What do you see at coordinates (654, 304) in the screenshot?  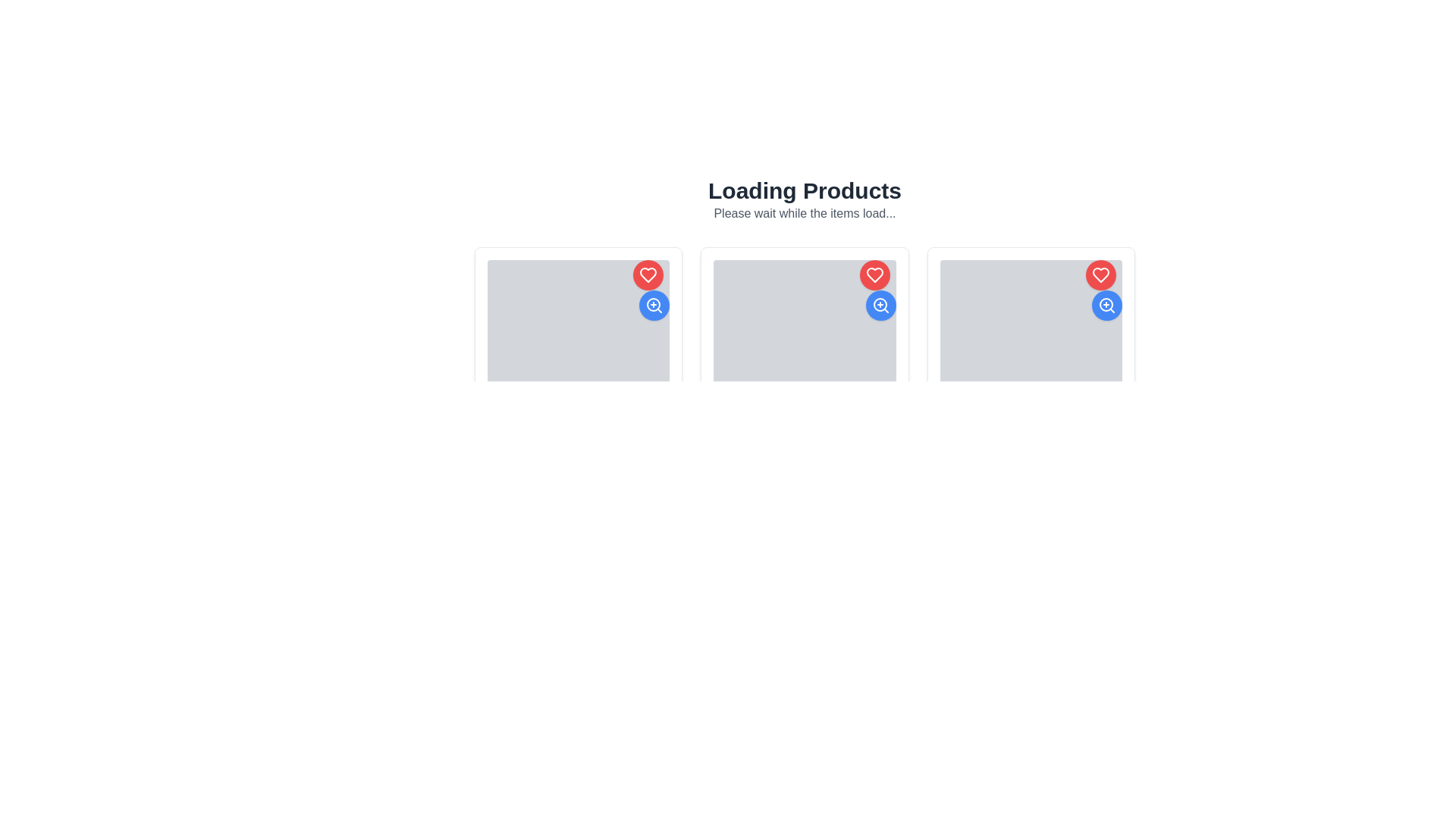 I see `the zoom-in icon represented by a magnifying glass located in the bottom-right corner of the second card in a grid of three items` at bounding box center [654, 304].